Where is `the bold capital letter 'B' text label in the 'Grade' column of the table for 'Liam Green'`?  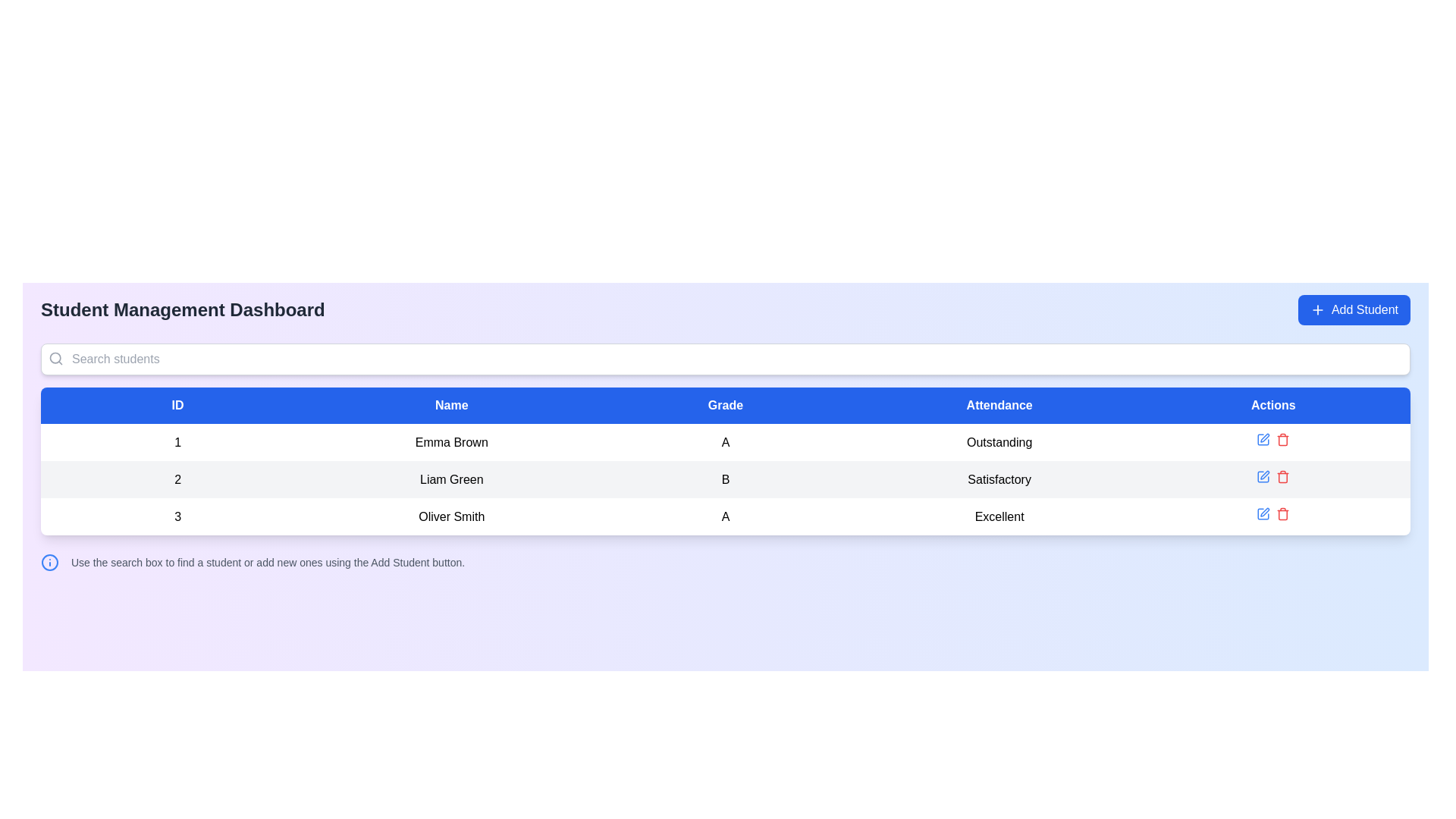
the bold capital letter 'B' text label in the 'Grade' column of the table for 'Liam Green' is located at coordinates (724, 479).